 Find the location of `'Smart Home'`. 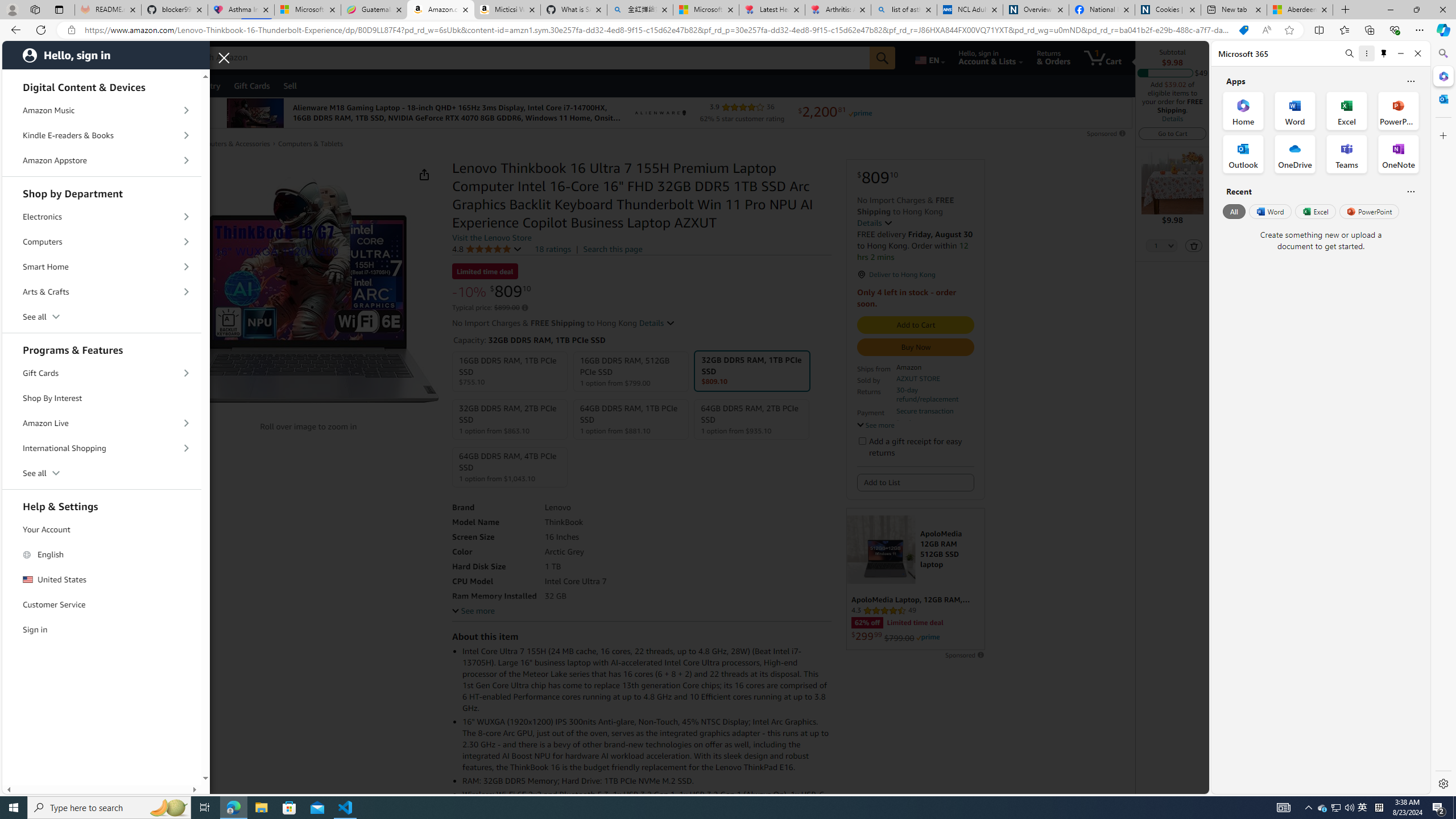

'Smart Home' is located at coordinates (102, 267).